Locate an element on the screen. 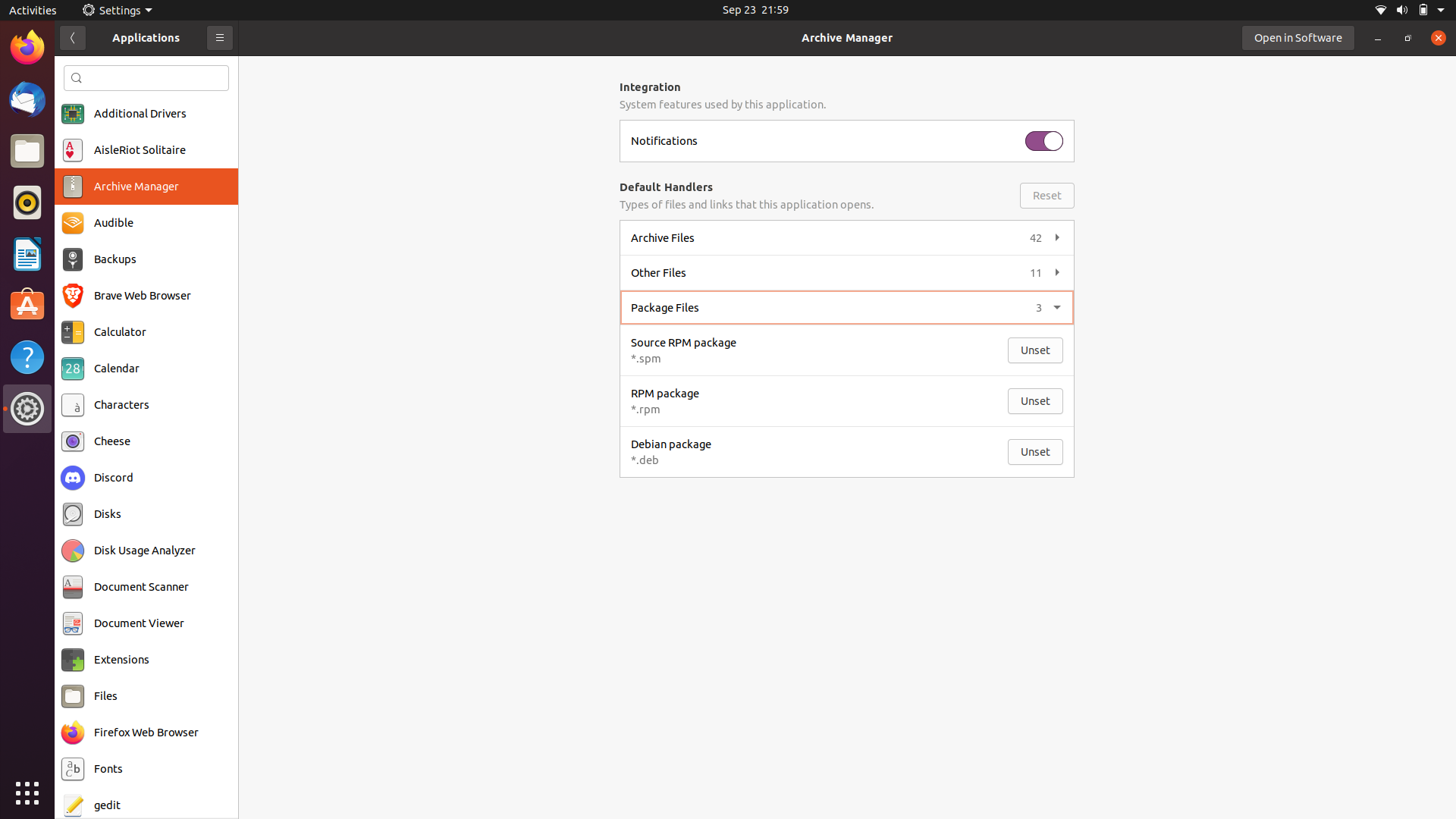 The image size is (1456, 819). the size of the current screen window is located at coordinates (1379, 37).